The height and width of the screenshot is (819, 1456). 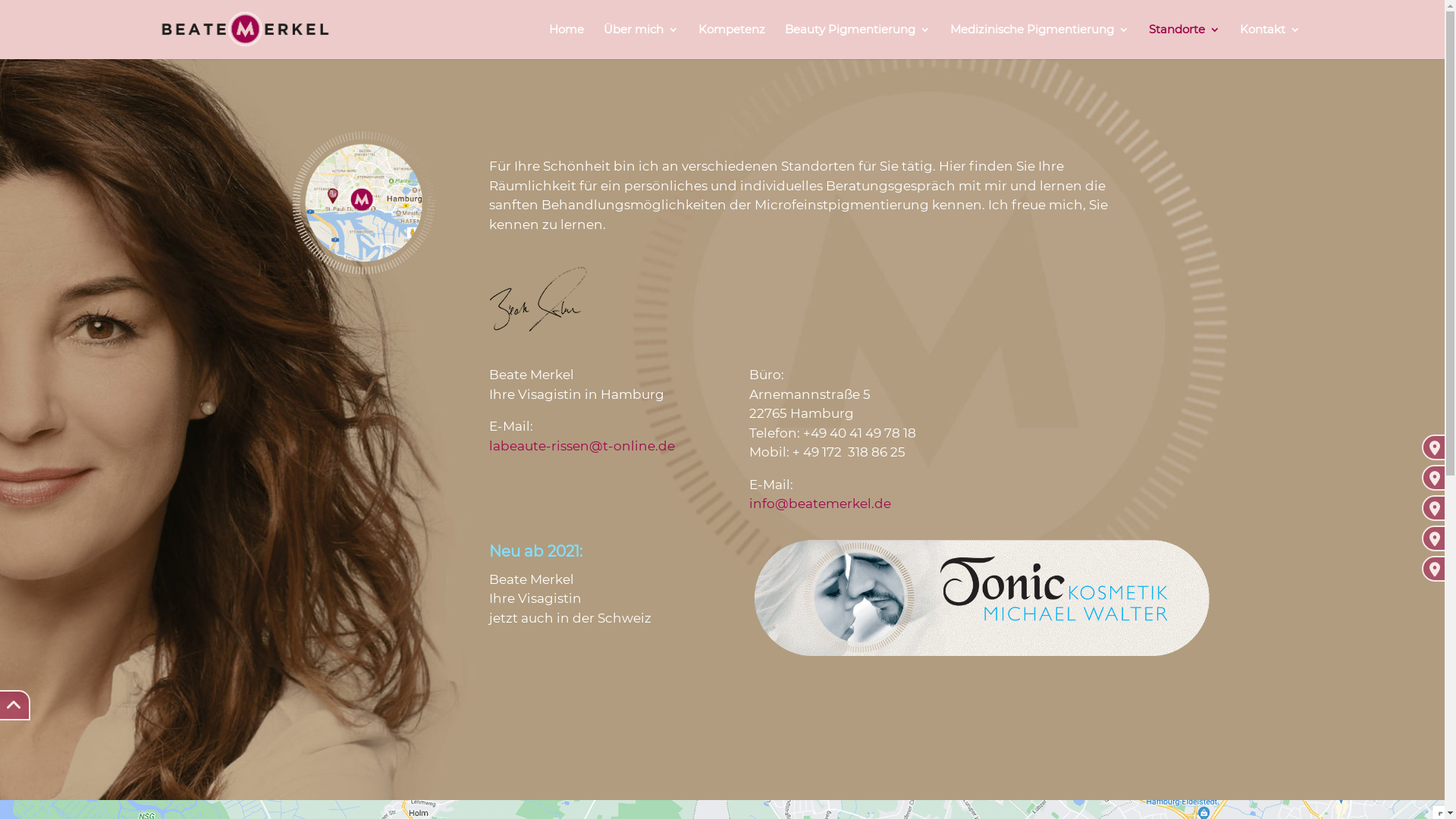 What do you see at coordinates (819, 503) in the screenshot?
I see `'info@beatemerkel.de'` at bounding box center [819, 503].